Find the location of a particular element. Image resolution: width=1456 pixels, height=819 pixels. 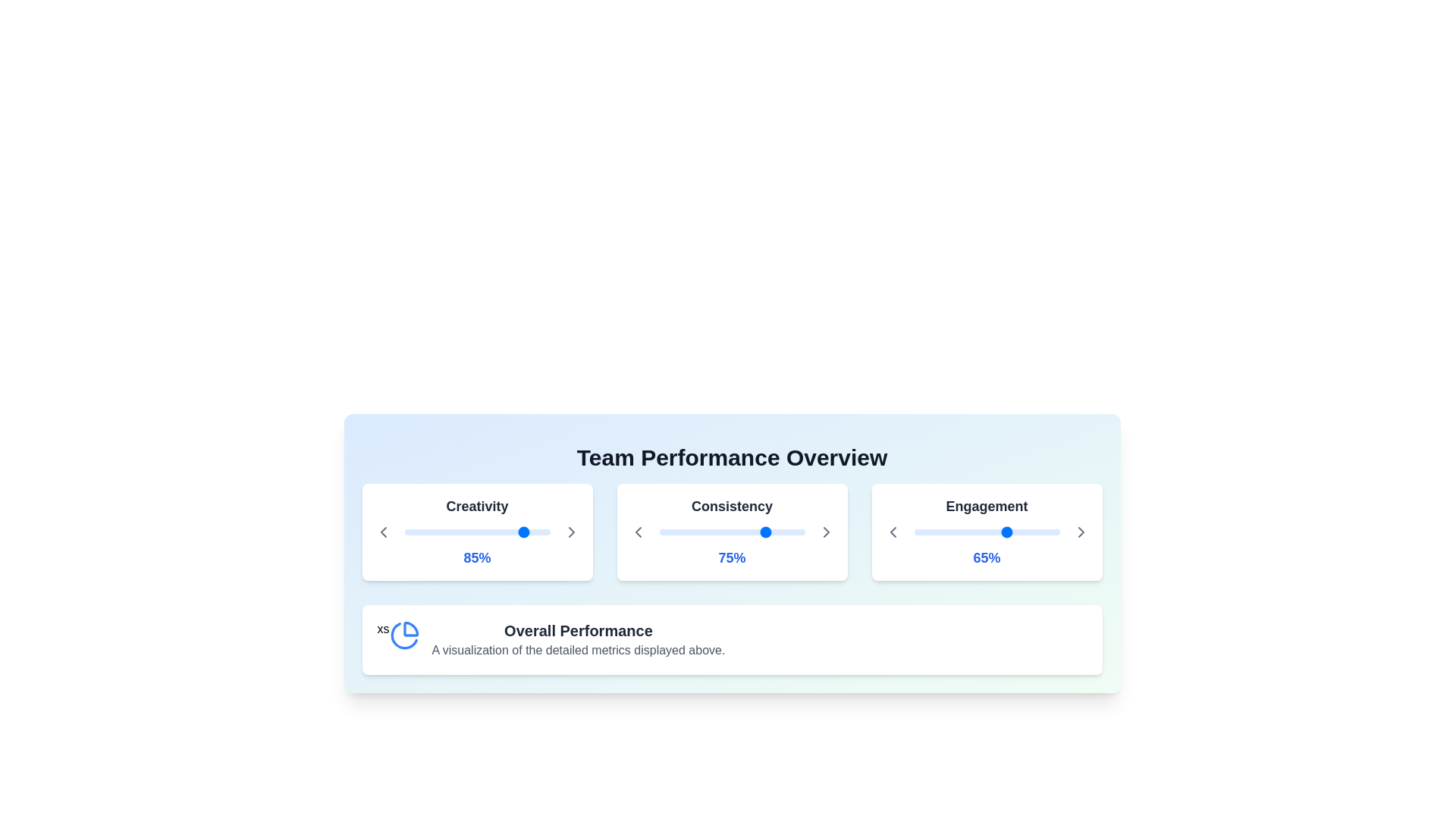

the leftward-facing chevron icon within the 'Creativity' card is located at coordinates (383, 532).